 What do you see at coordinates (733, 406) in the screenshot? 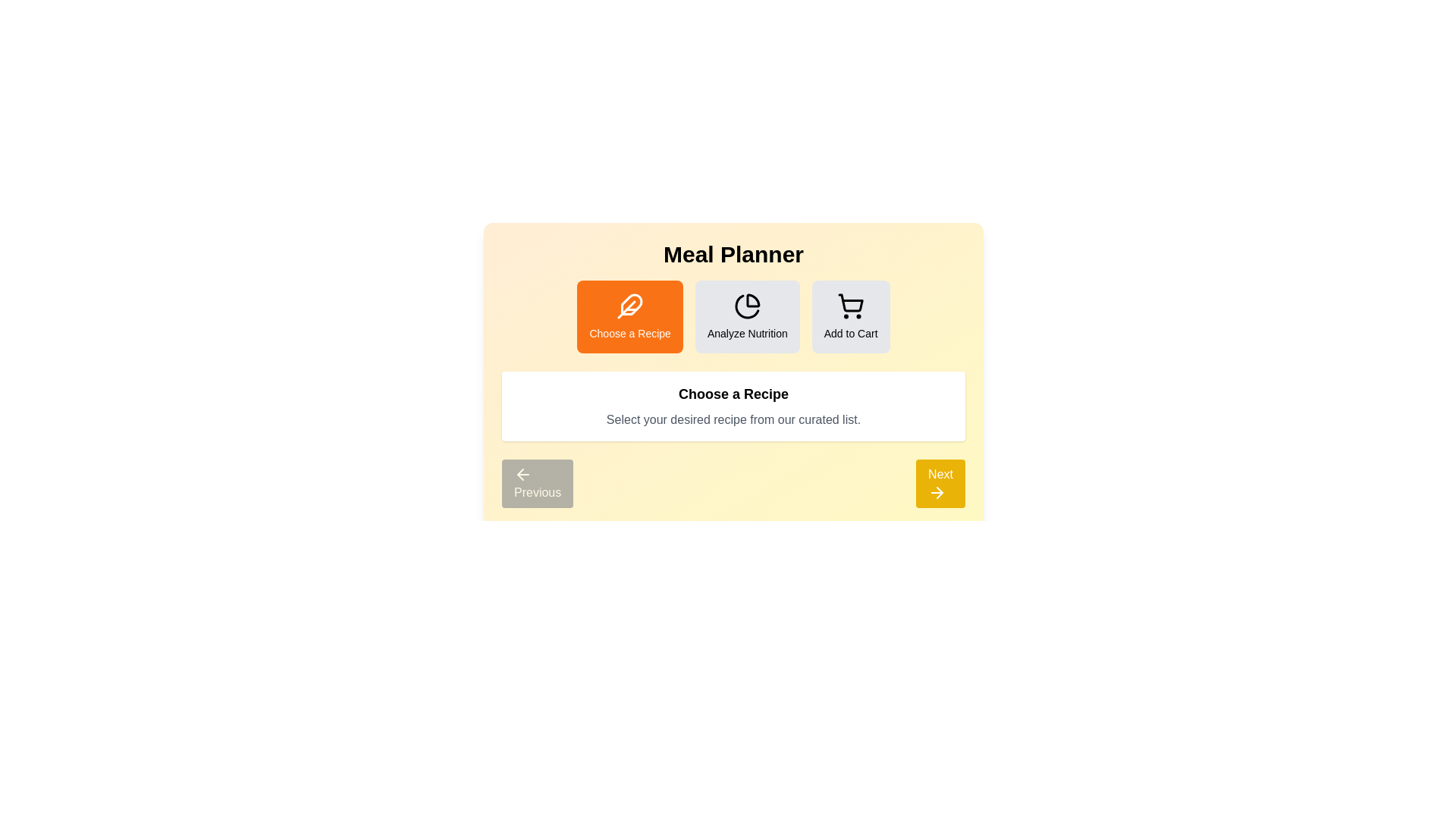
I see `the step description text` at bounding box center [733, 406].